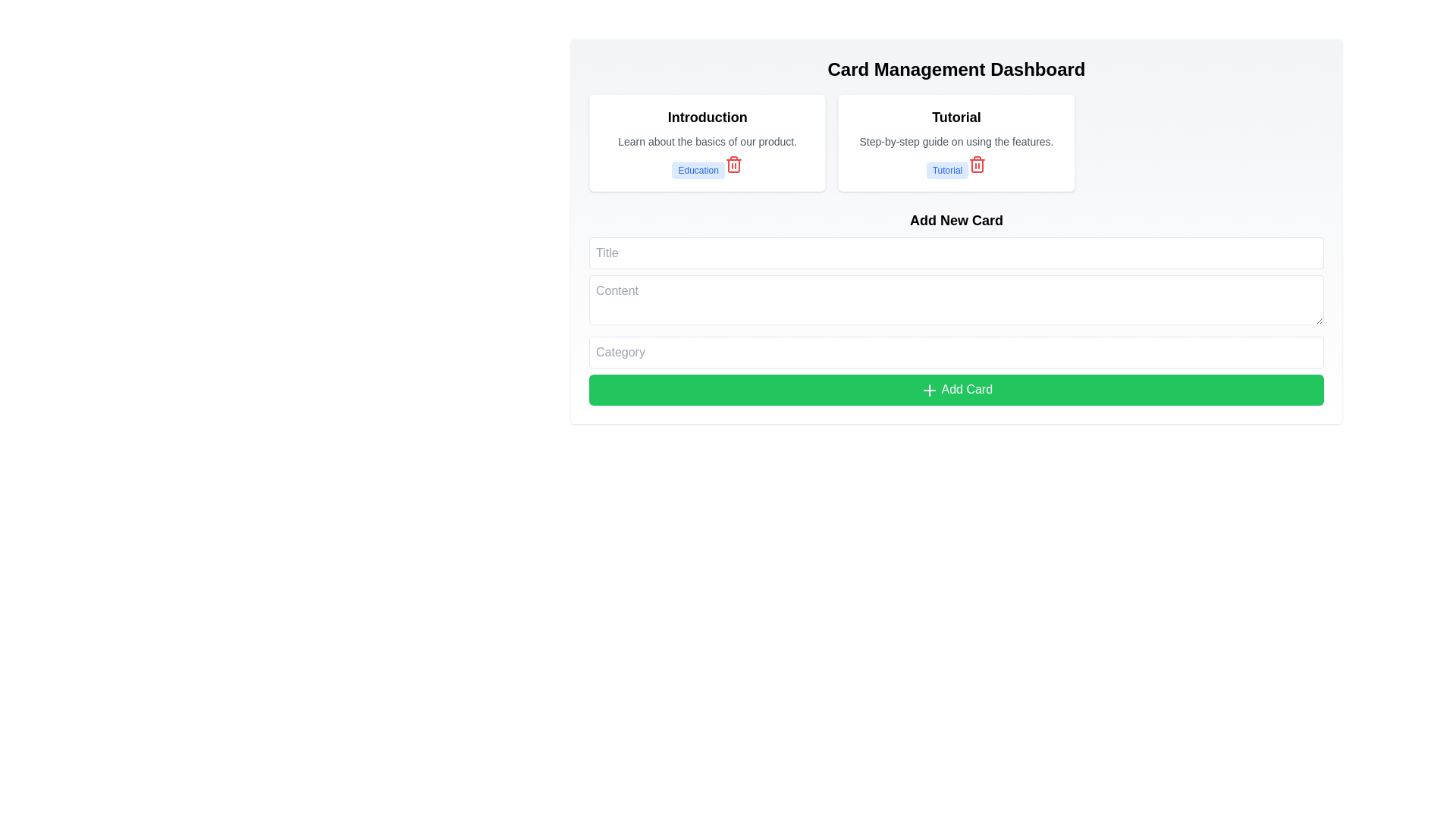  Describe the element at coordinates (733, 166) in the screenshot. I see `the right vertical wall of the trash bin icon located on the right side of the 'Introduction' card in the dashboard` at that location.